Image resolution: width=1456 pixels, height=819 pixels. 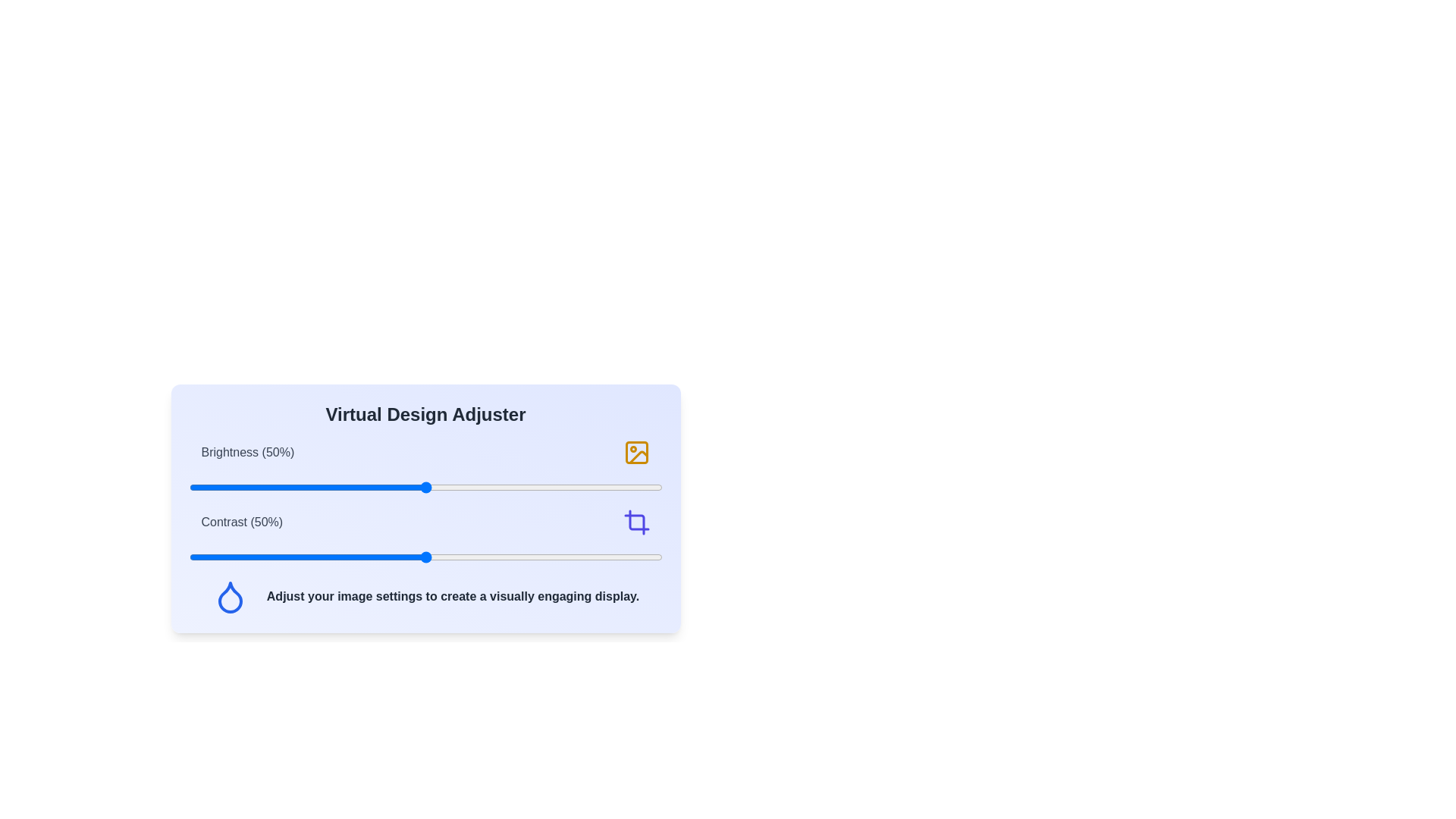 What do you see at coordinates (293, 488) in the screenshot?
I see `the brightness slider to 22%` at bounding box center [293, 488].